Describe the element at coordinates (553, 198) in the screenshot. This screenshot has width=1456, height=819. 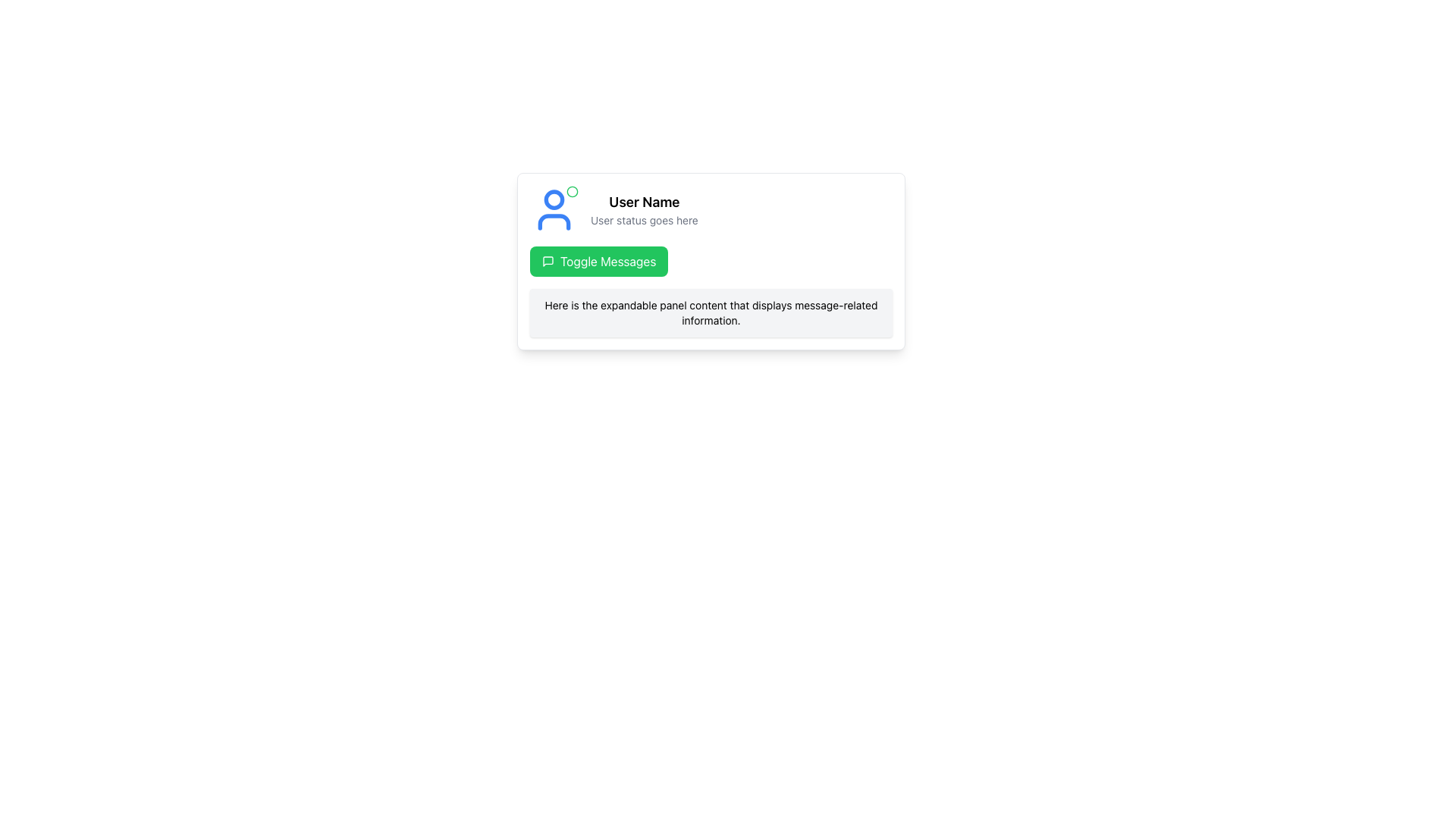
I see `the smaller circle at the center-top of the user icon, which serves as a graphical indicator for user status` at that location.